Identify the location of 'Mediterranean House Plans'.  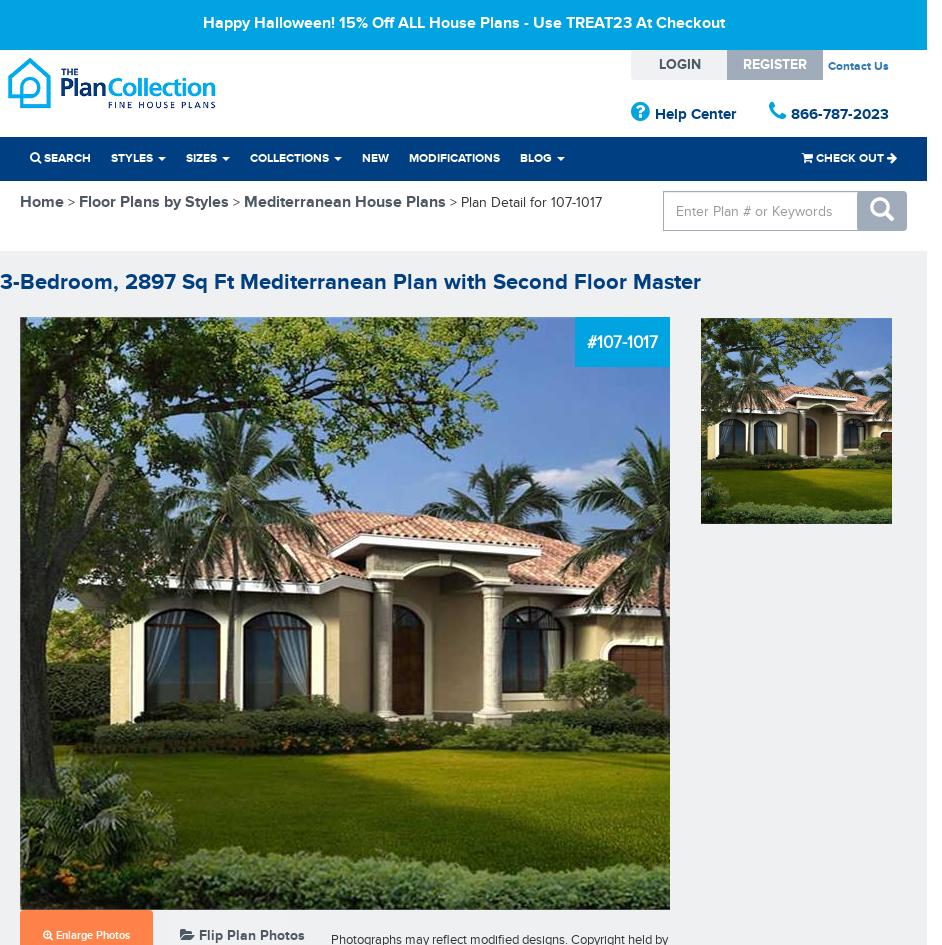
(343, 202).